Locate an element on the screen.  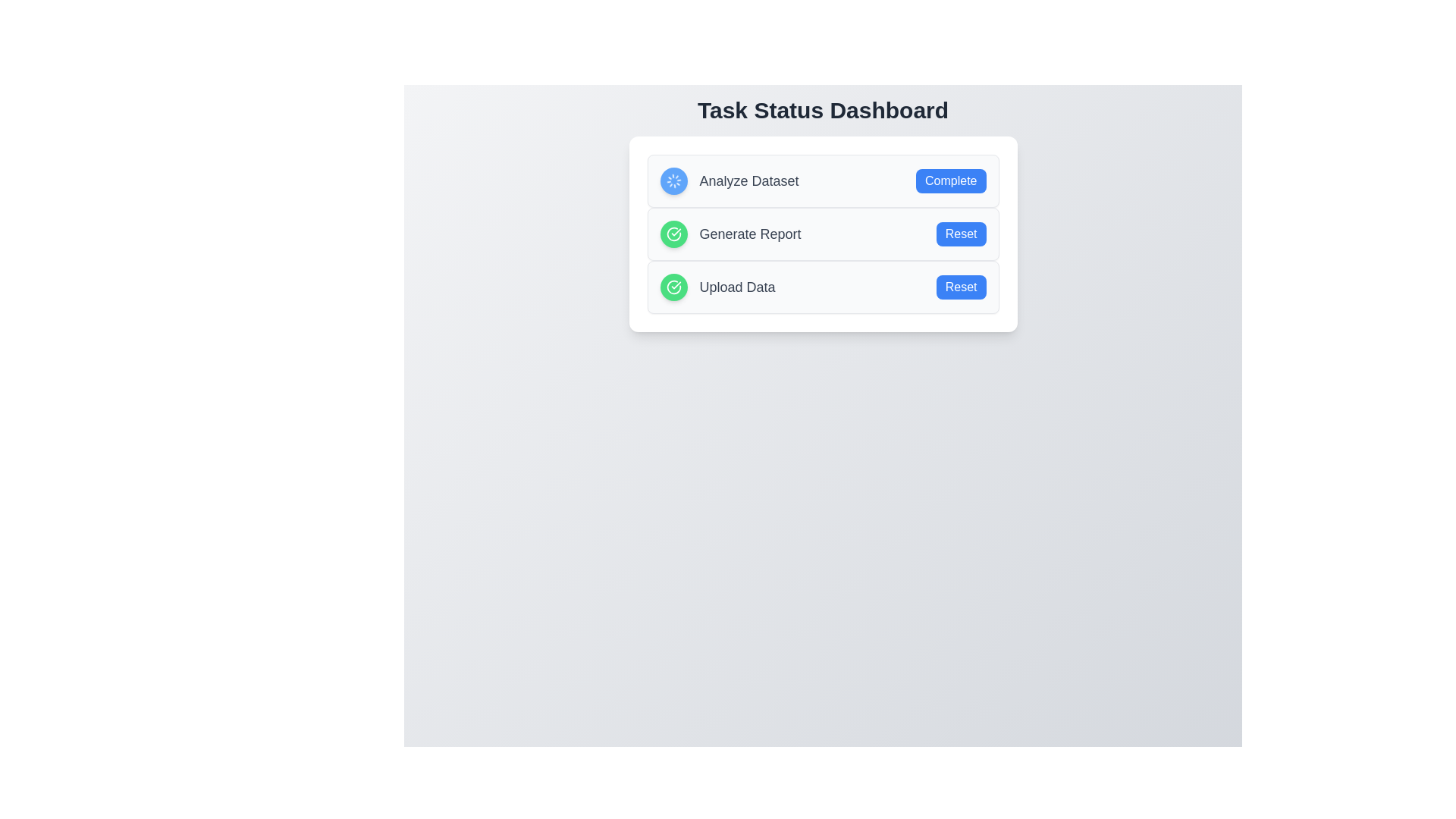
the circular check mark icon with a white color on a green background, which is the third icon in the vertical list of status icons is located at coordinates (673, 234).